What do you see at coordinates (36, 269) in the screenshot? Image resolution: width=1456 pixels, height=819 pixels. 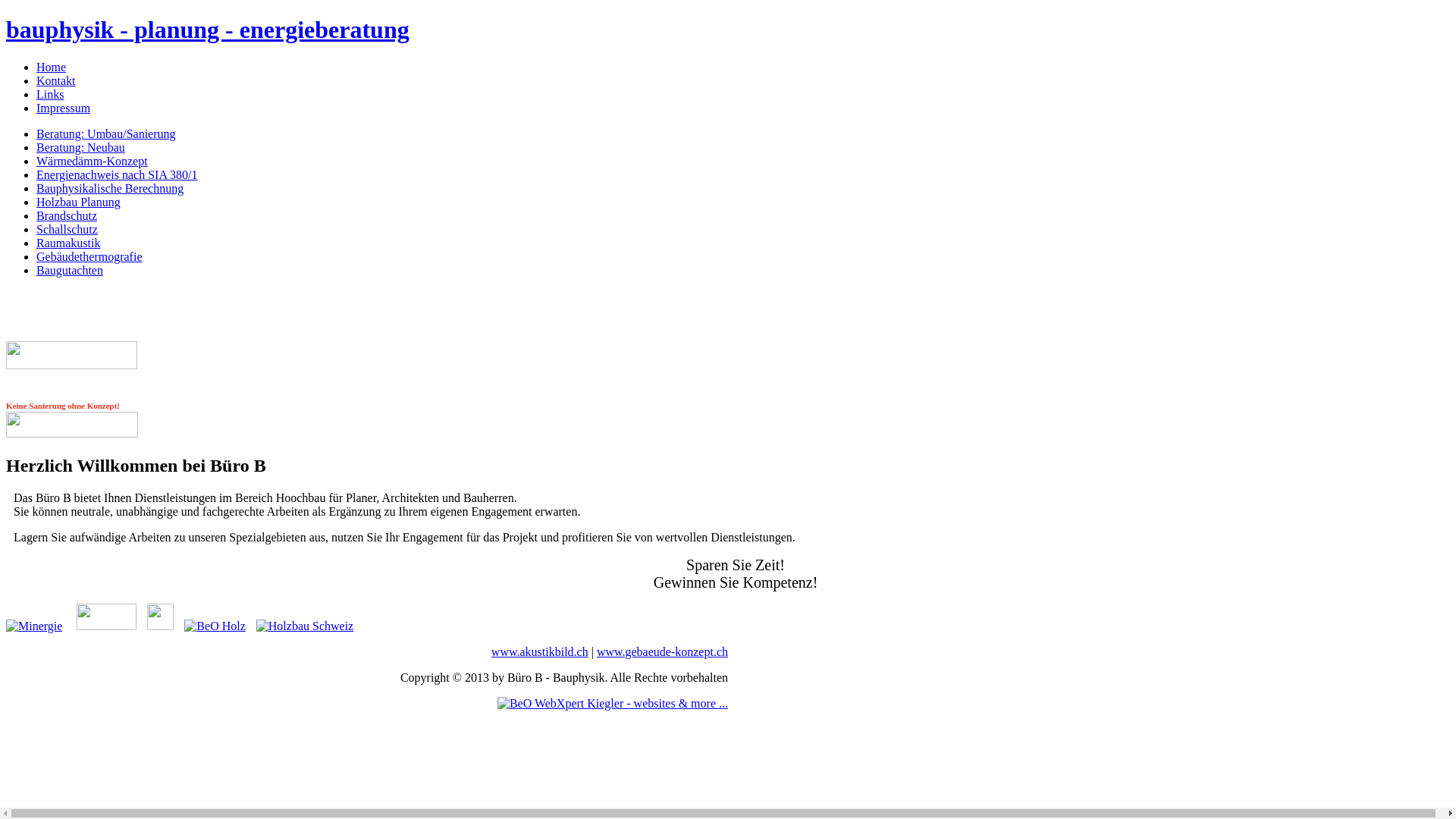 I see `'Baugutachten'` at bounding box center [36, 269].